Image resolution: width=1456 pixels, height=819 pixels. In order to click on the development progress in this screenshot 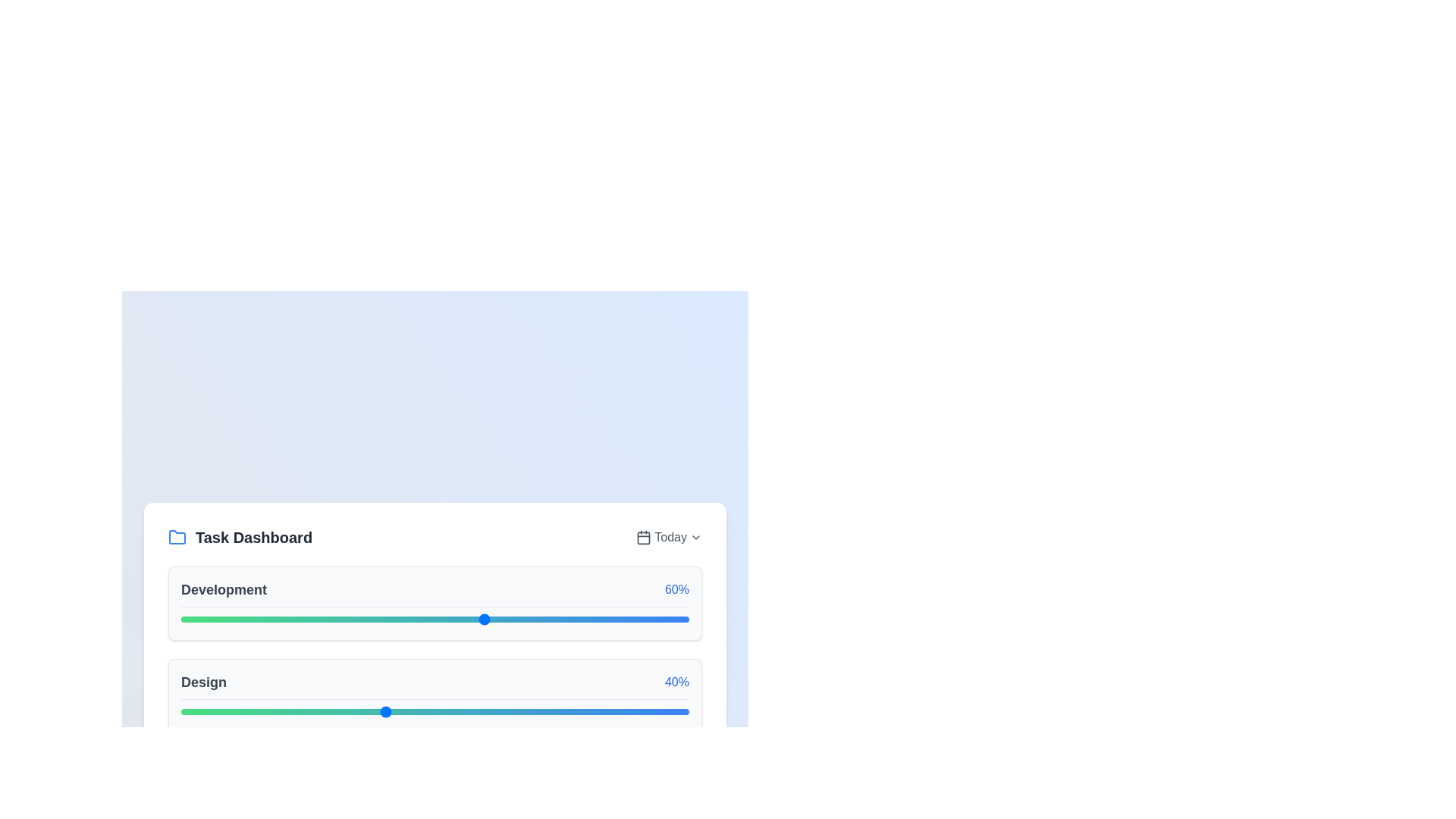, I will do `click(415, 620)`.